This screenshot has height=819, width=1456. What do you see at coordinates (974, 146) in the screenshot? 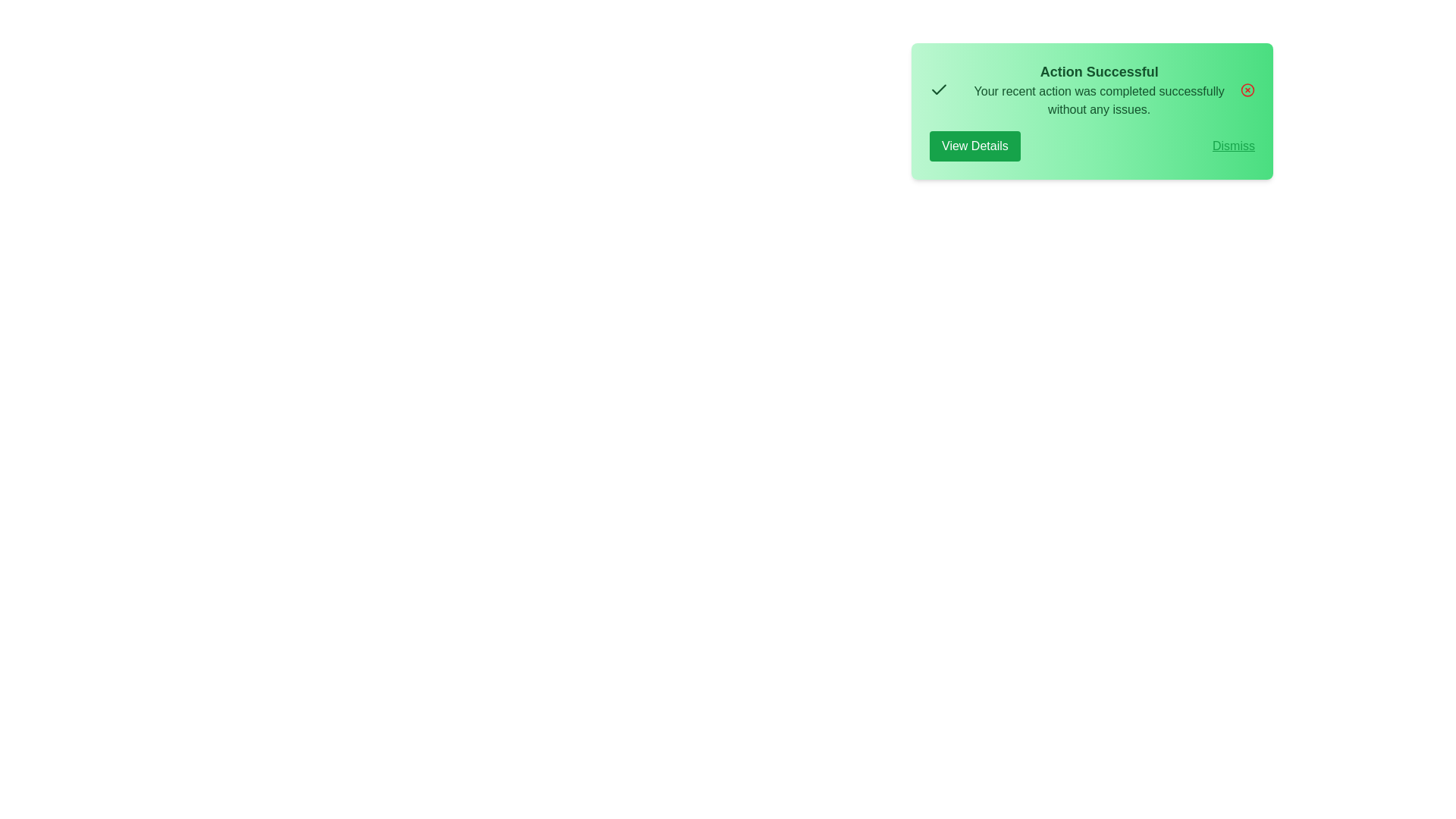
I see `the 'View Details' button to view additional information` at bounding box center [974, 146].